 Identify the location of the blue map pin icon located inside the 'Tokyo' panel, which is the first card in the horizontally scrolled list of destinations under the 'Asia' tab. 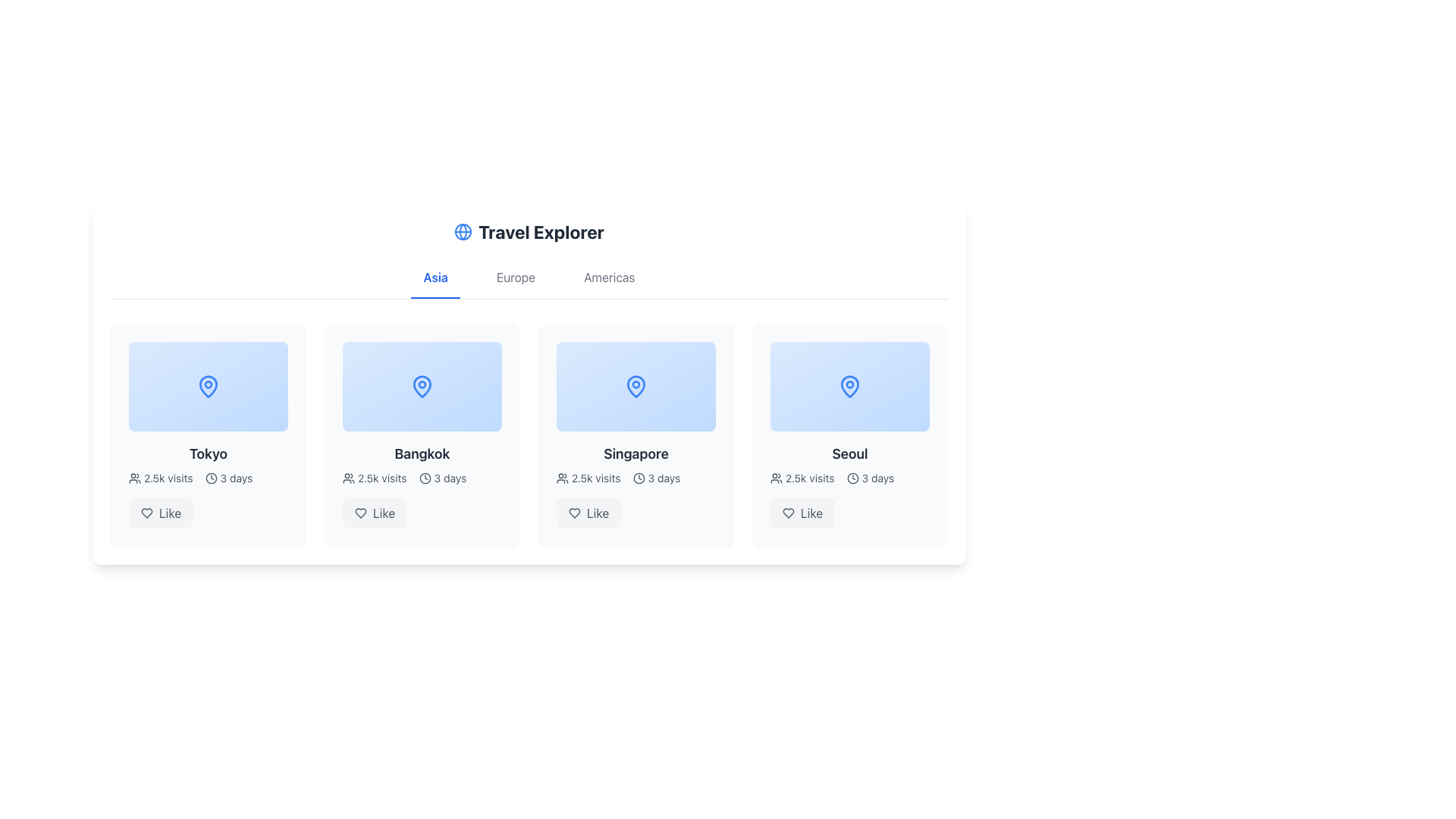
(207, 385).